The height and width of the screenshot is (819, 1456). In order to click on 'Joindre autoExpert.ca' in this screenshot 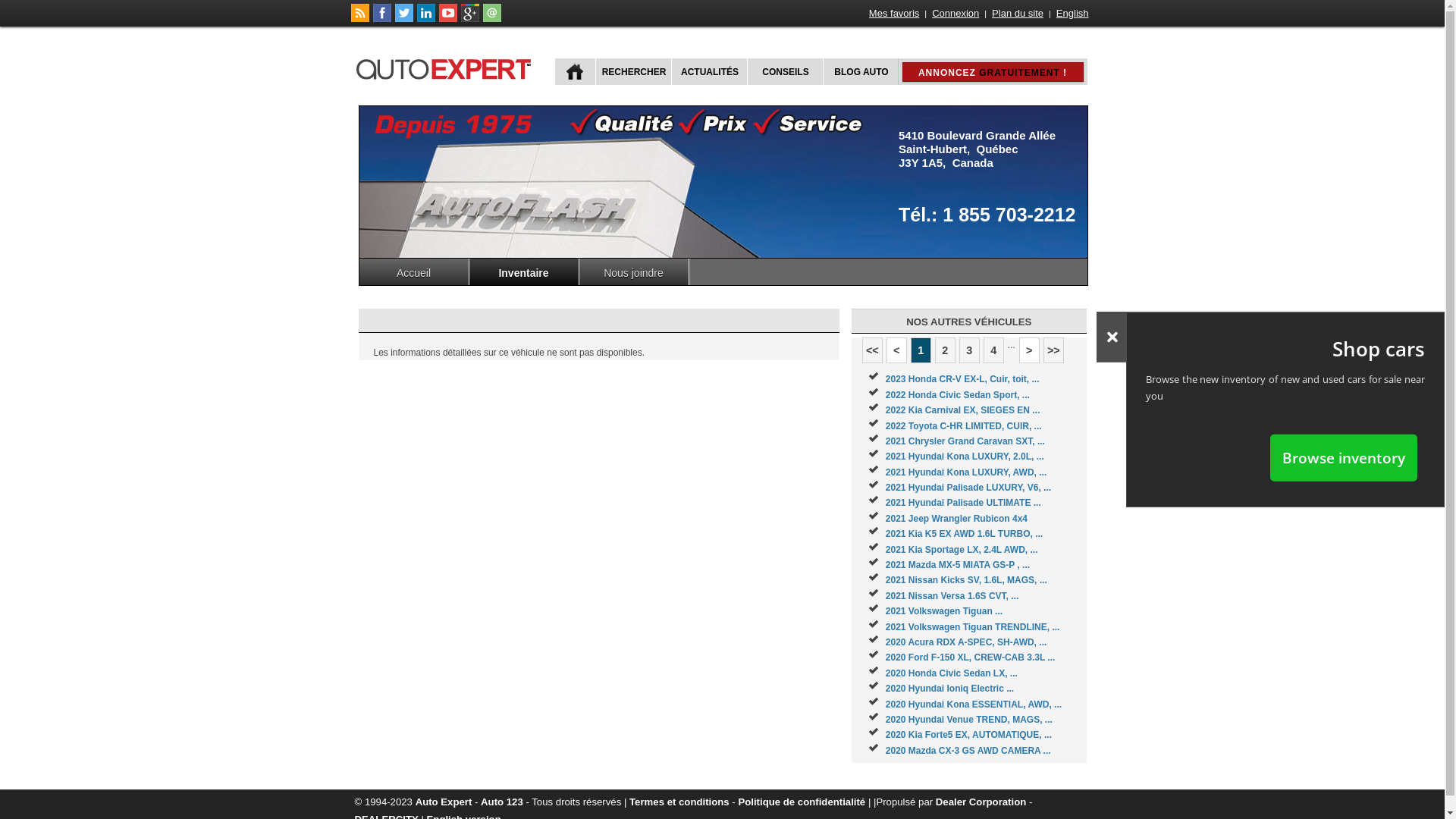, I will do `click(481, 18)`.